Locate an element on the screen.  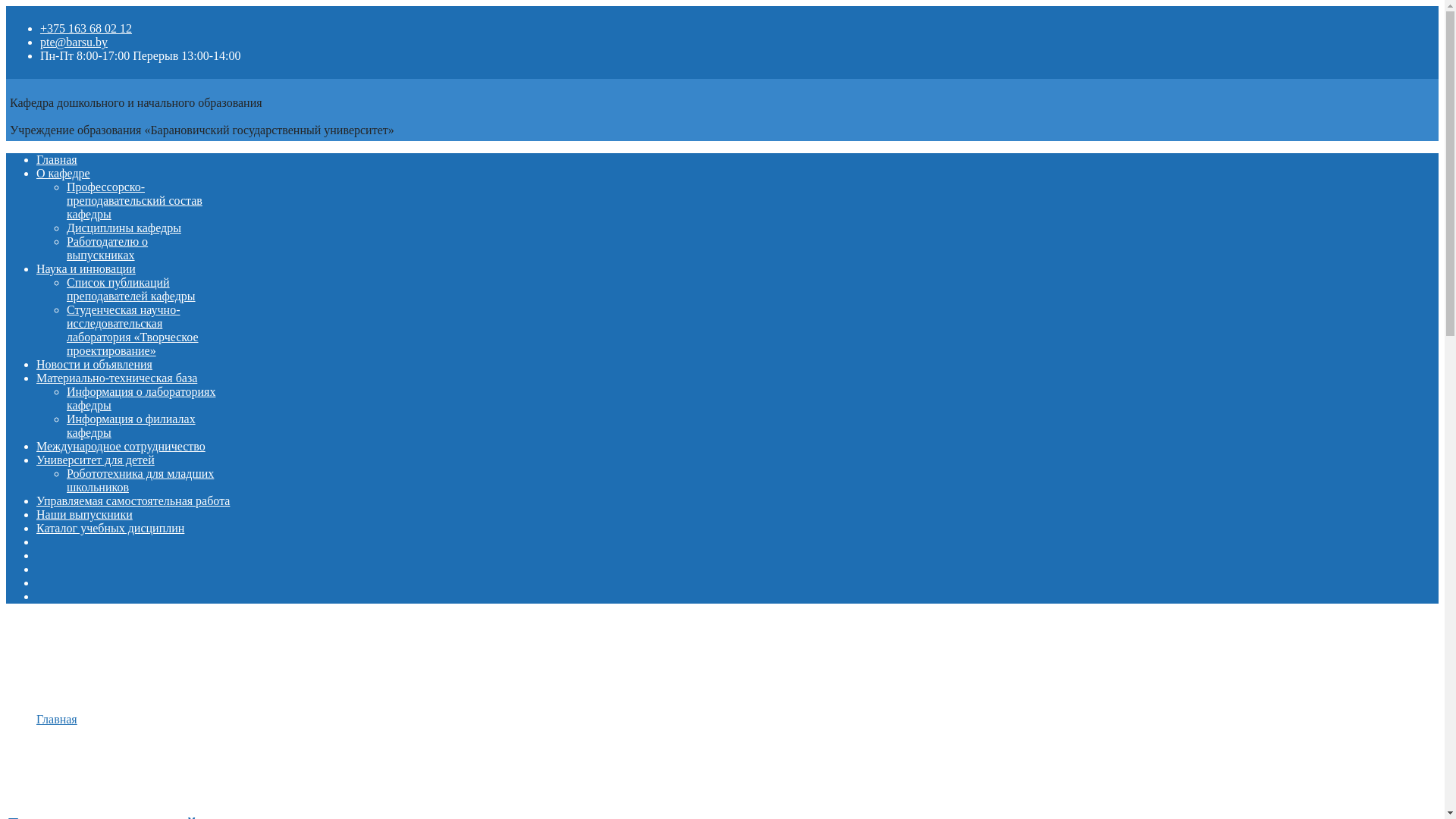
'+375 163 68 02 12' is located at coordinates (85, 28).